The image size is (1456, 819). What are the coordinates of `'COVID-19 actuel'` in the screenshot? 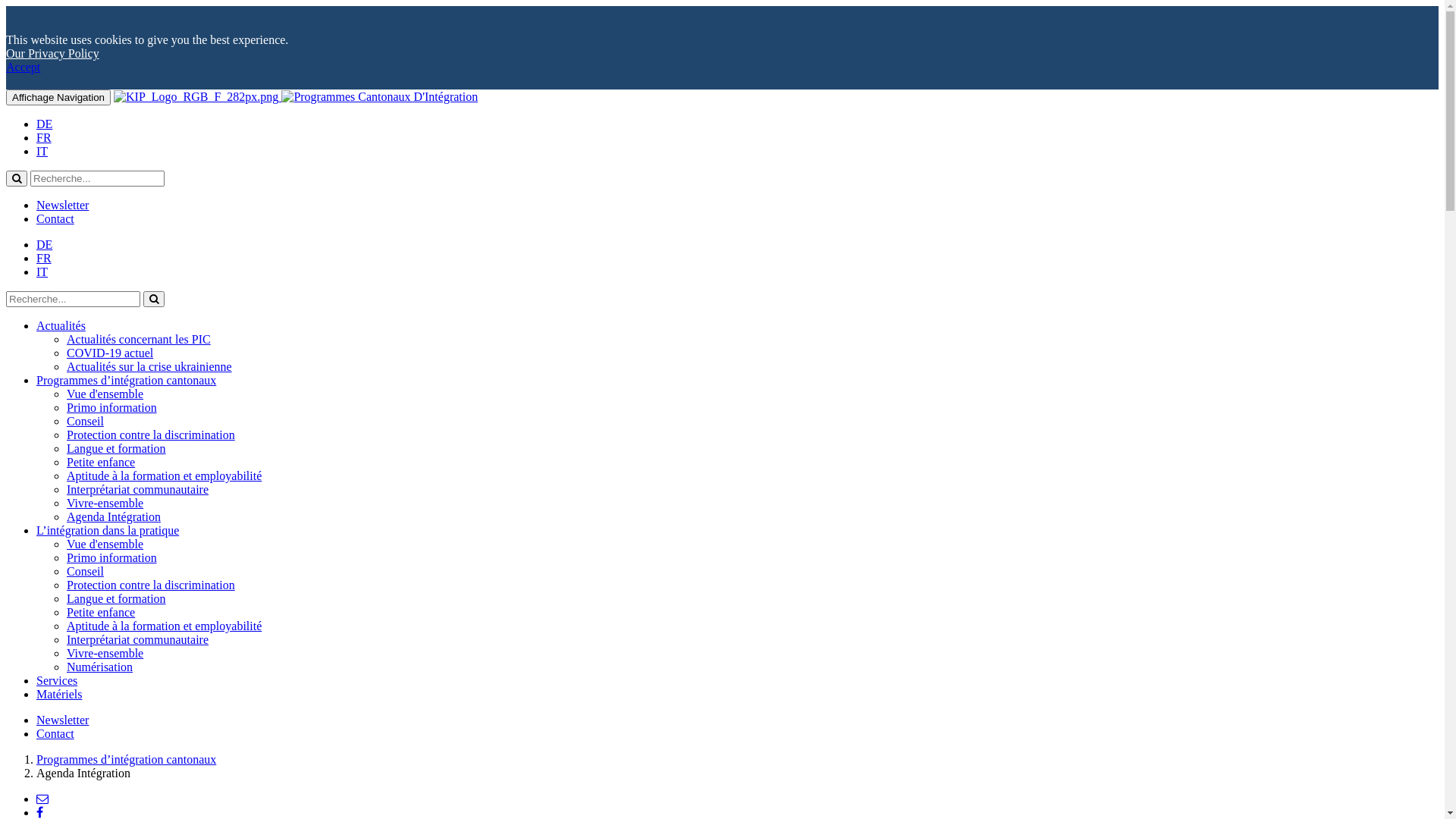 It's located at (108, 353).